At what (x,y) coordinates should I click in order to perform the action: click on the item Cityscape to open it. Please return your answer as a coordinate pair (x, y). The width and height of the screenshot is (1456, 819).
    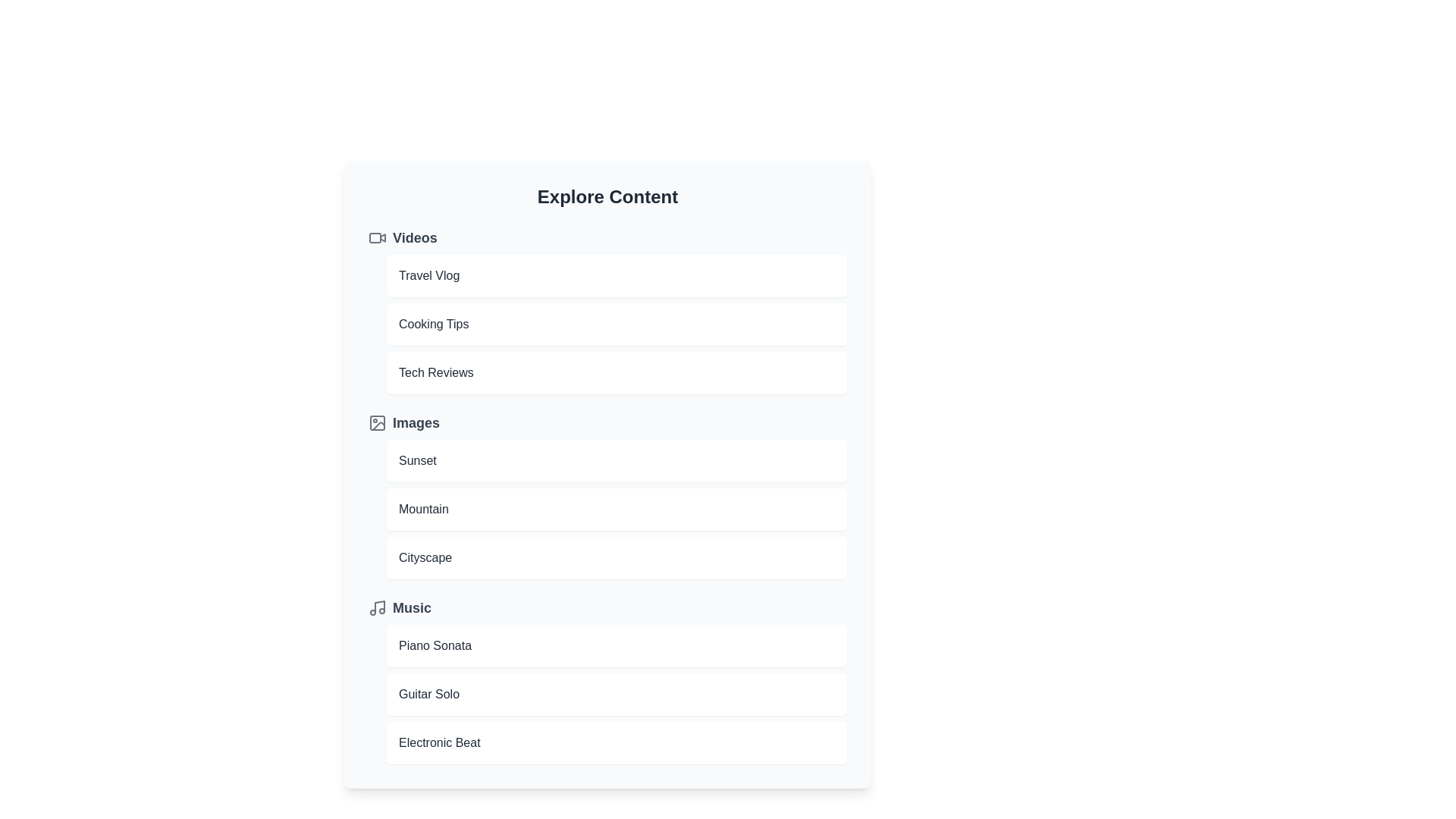
    Looking at the image, I should click on (617, 558).